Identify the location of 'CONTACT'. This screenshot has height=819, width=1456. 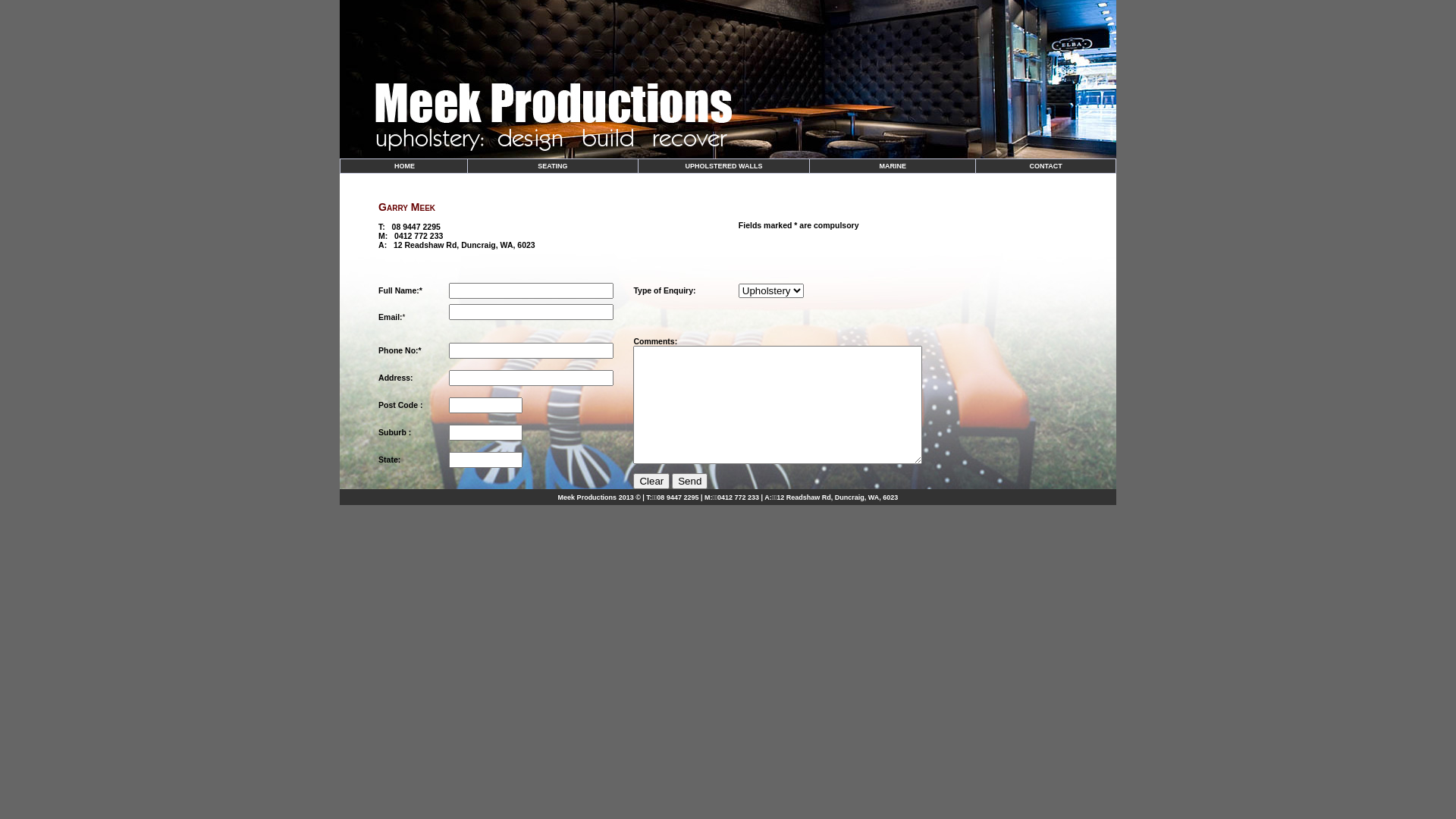
(1030, 166).